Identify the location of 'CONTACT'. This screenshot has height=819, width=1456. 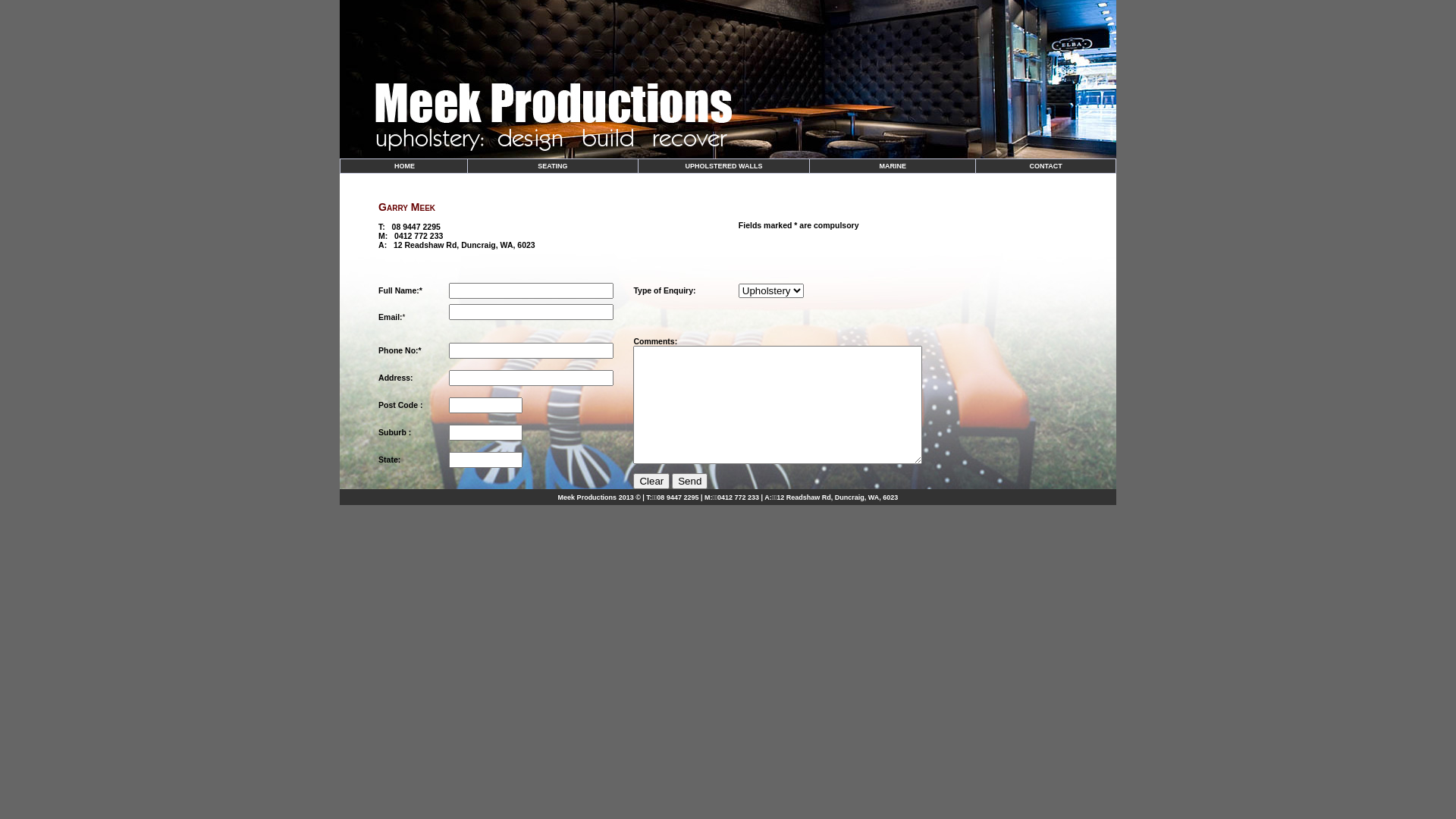
(1030, 166).